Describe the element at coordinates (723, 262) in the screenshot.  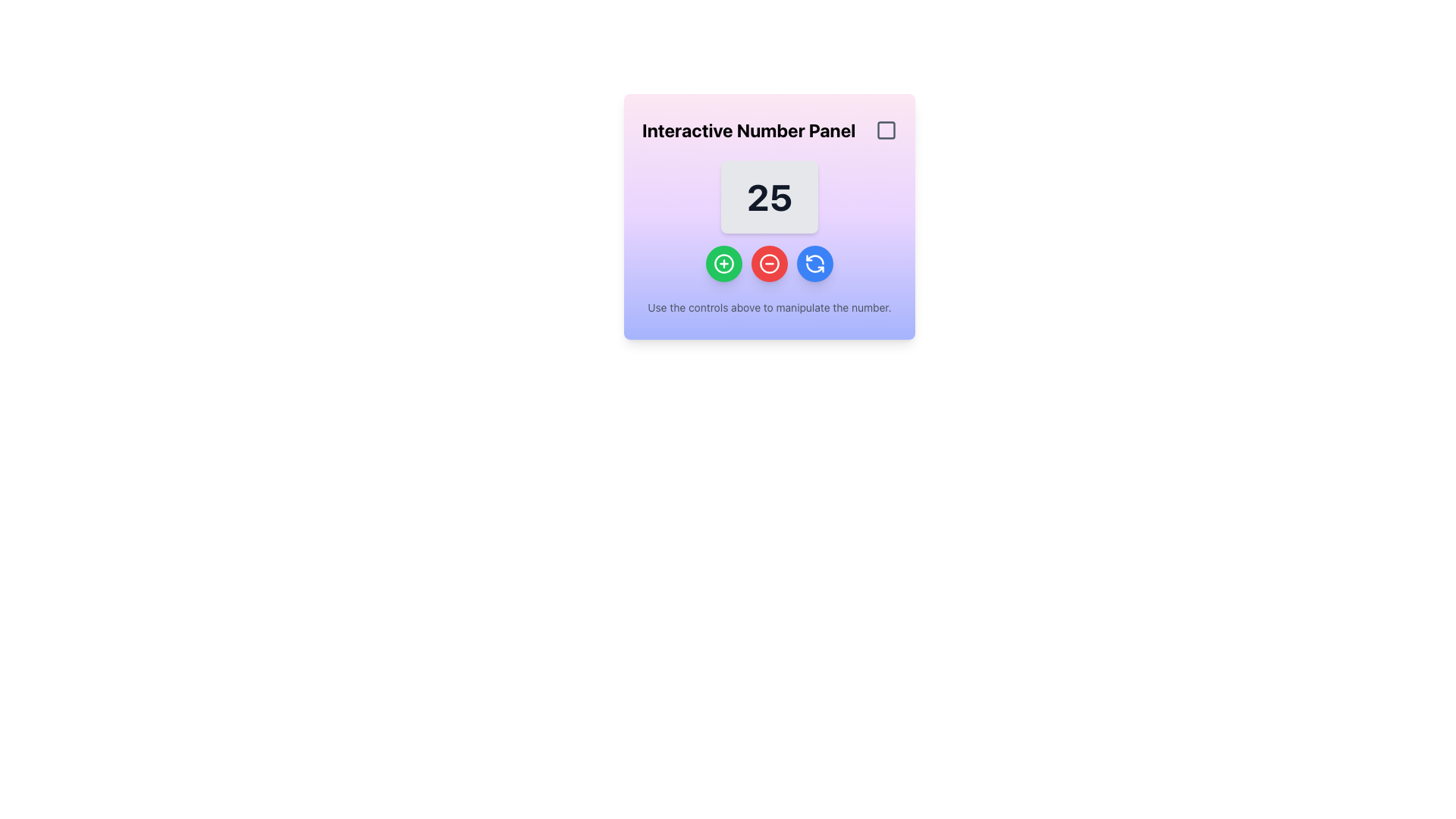
I see `the action button on the left in the row of three buttons below the numeric display` at that location.